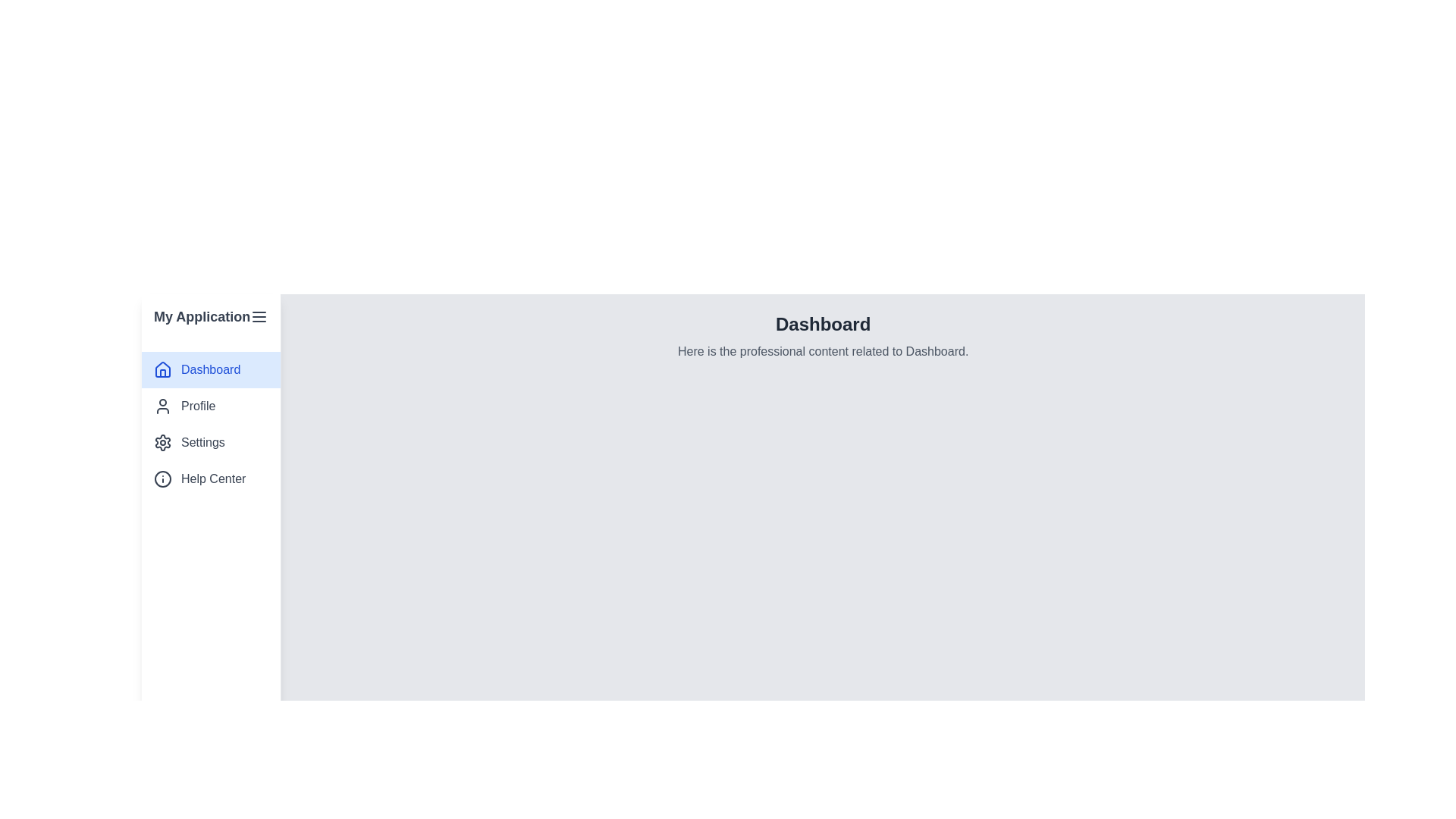 The height and width of the screenshot is (819, 1456). I want to click on the second entry in the vertical list of options within the side navigation bar, so click(210, 406).